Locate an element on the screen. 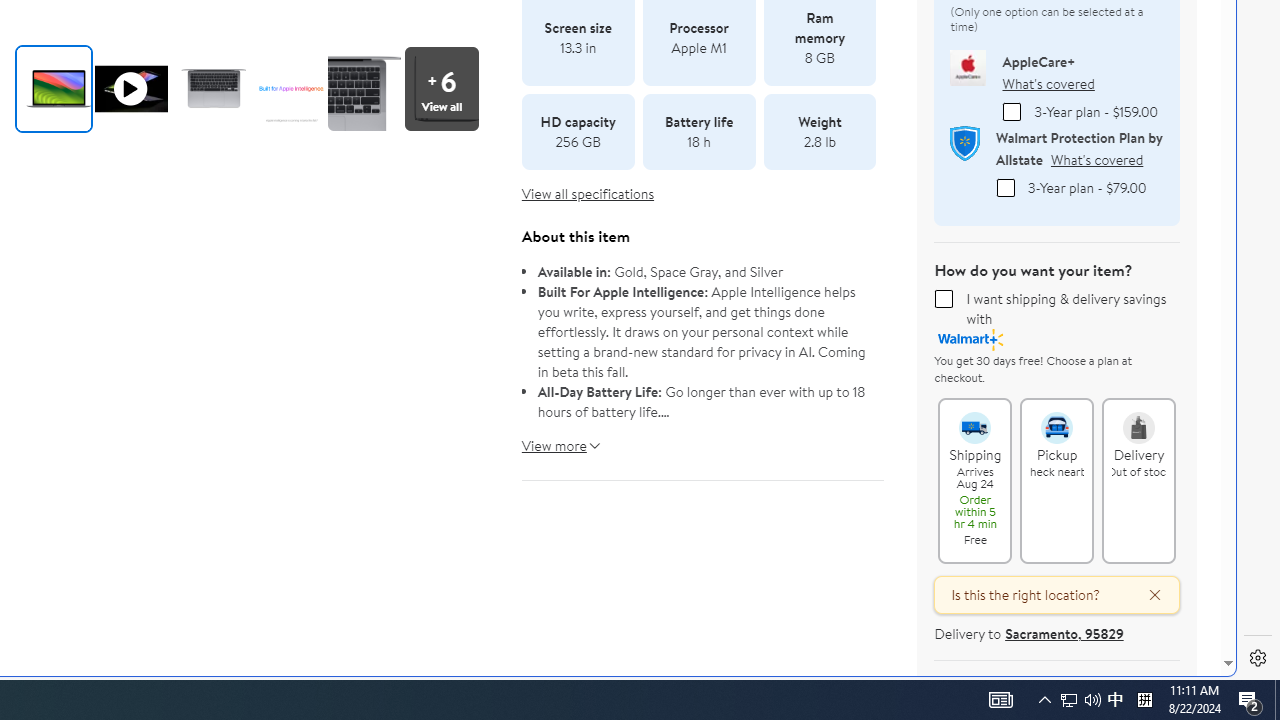 The image size is (1280, 720). 'View more, item details' is located at coordinates (554, 437).